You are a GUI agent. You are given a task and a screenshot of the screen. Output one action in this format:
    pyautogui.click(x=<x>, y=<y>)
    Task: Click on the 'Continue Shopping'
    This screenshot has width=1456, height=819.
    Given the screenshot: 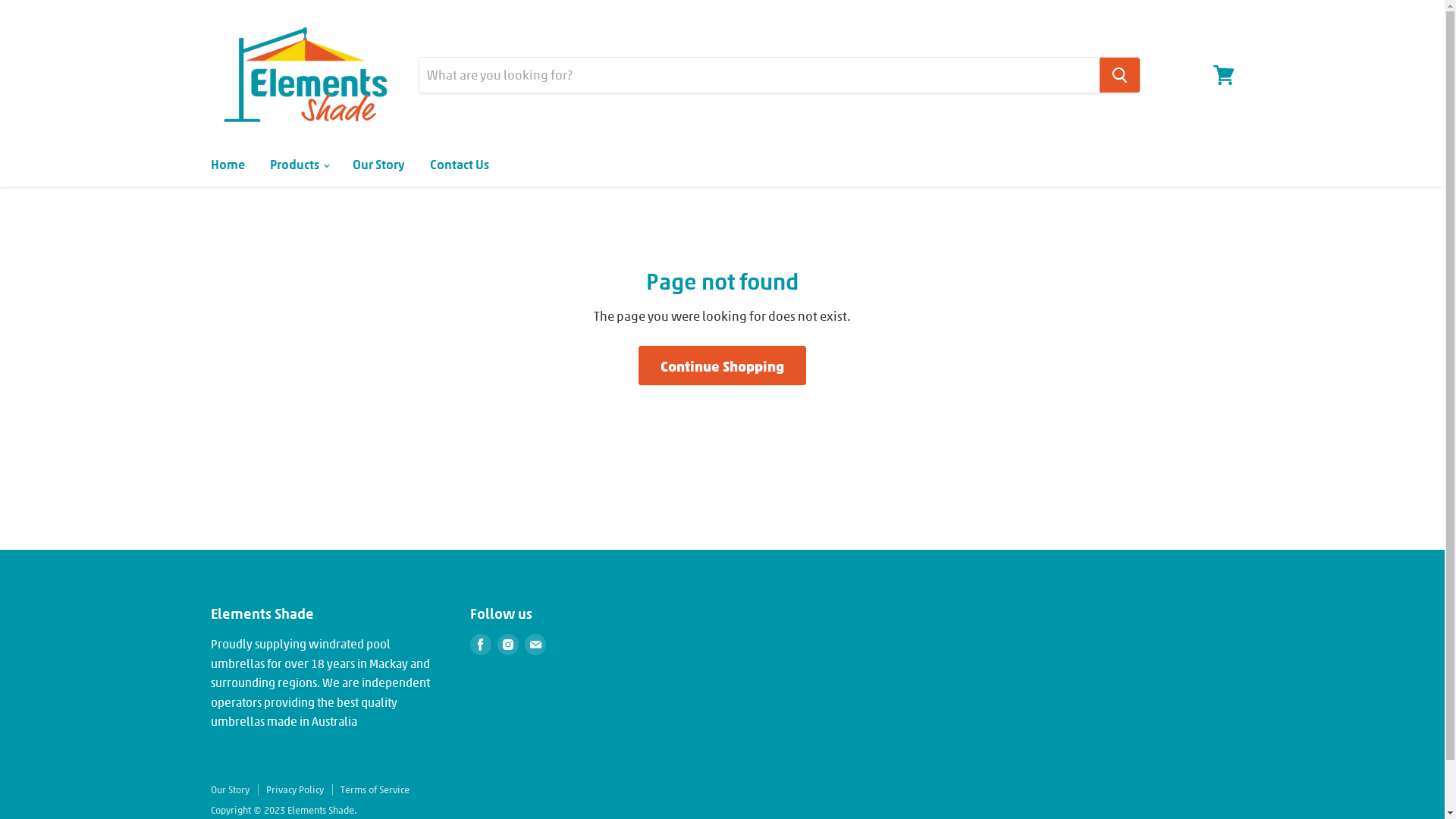 What is the action you would take?
    pyautogui.click(x=721, y=366)
    